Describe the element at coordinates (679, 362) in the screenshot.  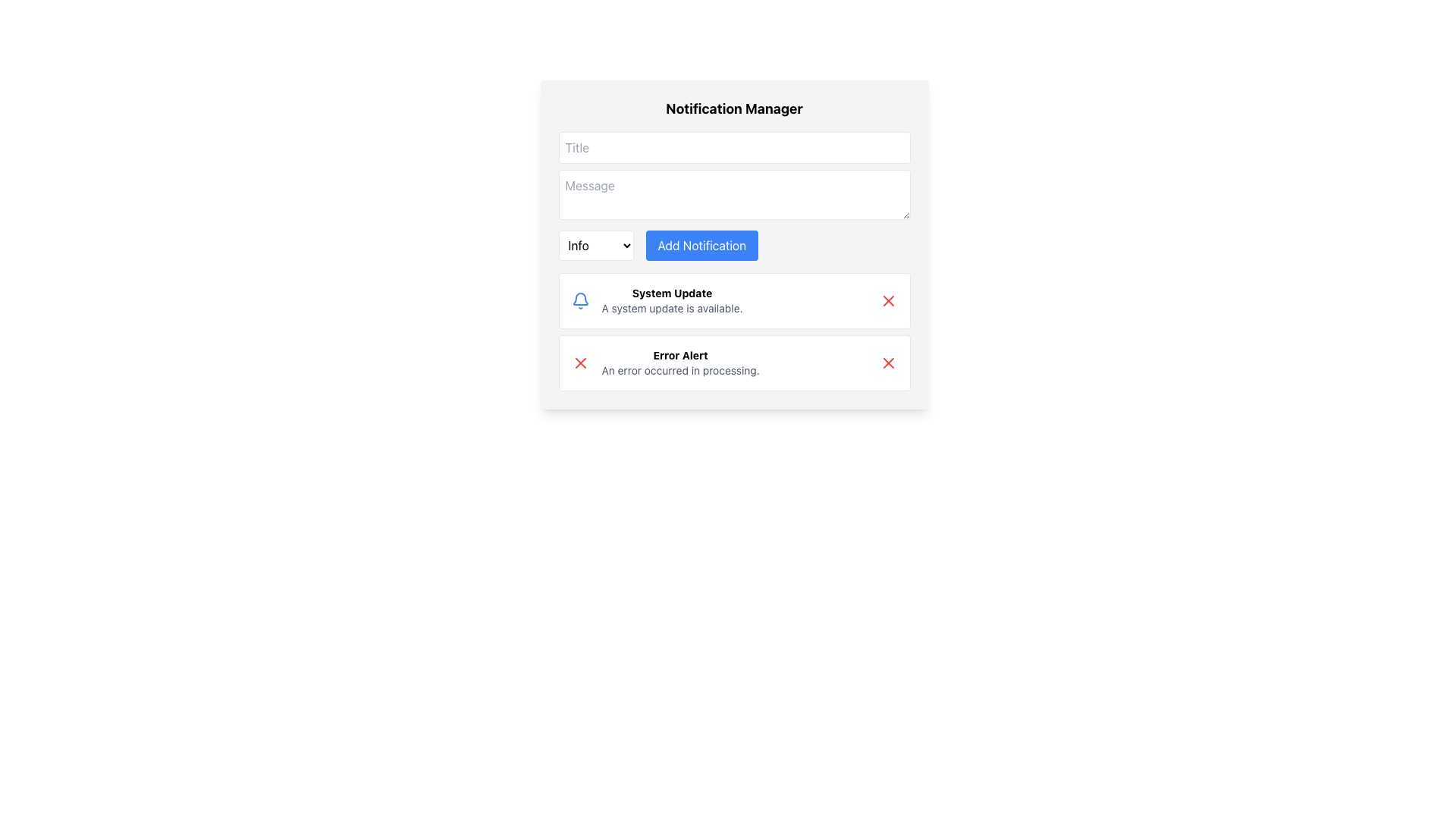
I see `error message displayed in the Text Label titled 'Error Alert' which is located to the right of a red 'X' icon and below 'System Update' in the notification manager interface` at that location.